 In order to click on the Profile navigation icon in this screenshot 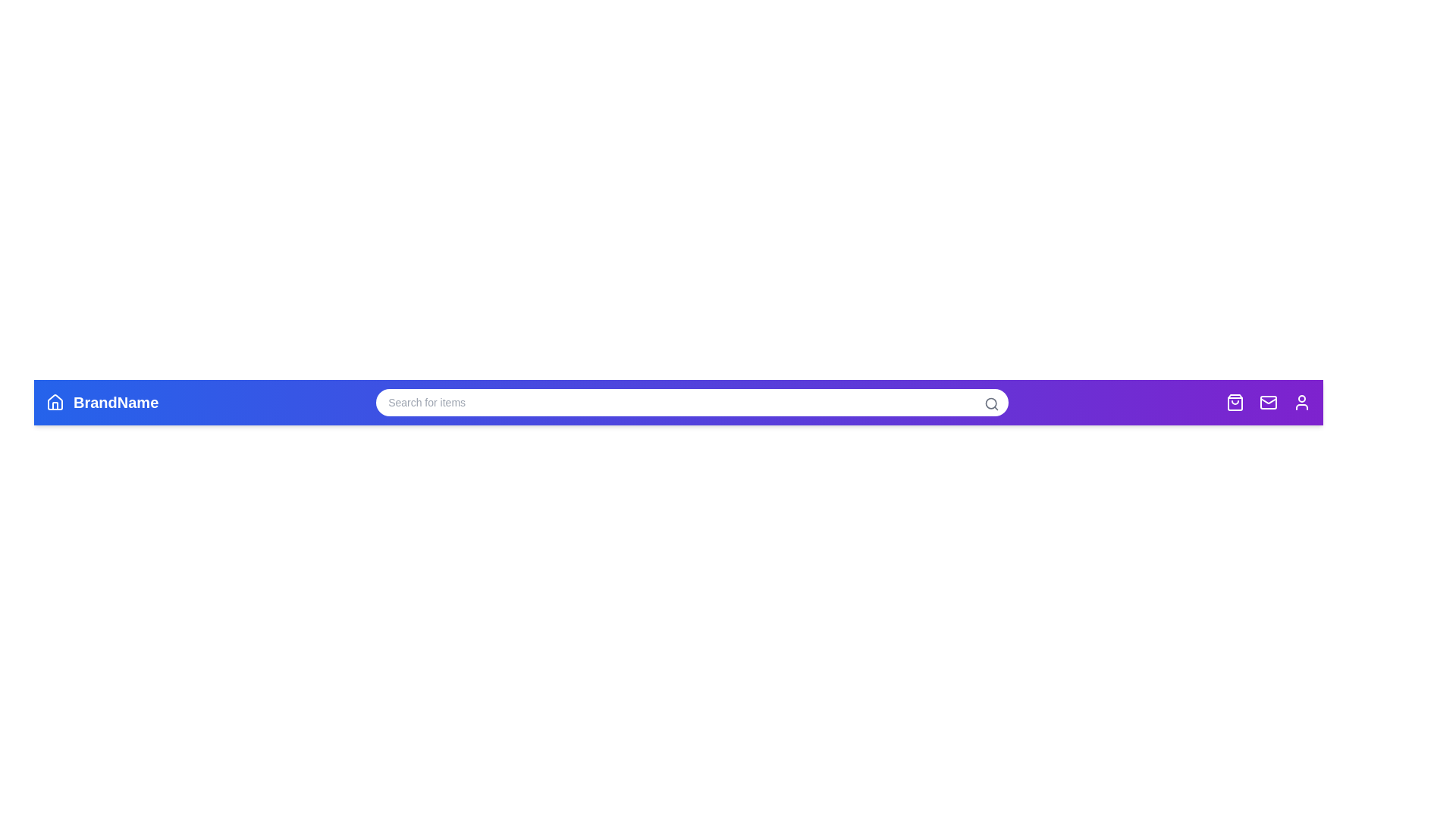, I will do `click(1301, 402)`.